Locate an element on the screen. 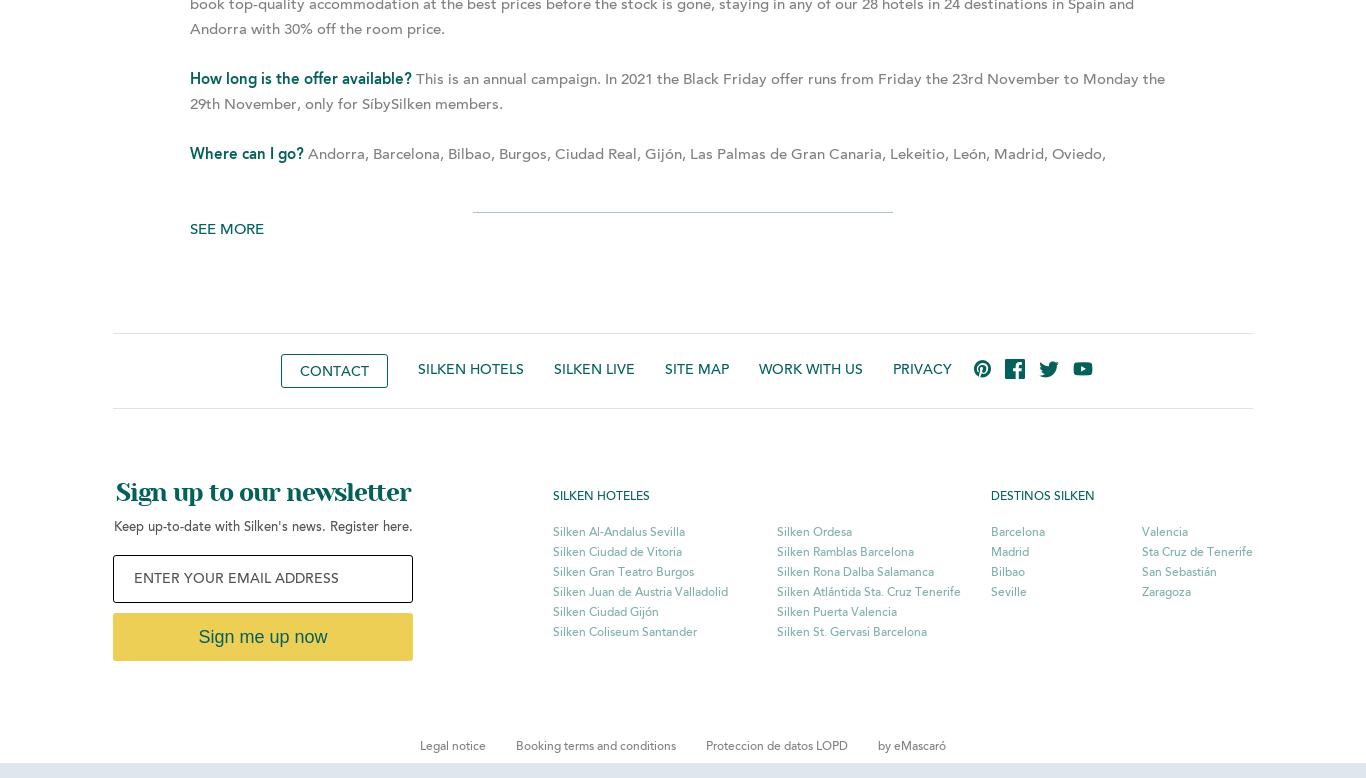 Image resolution: width=1366 pixels, height=778 pixels. '30% discount' is located at coordinates (935, 254).